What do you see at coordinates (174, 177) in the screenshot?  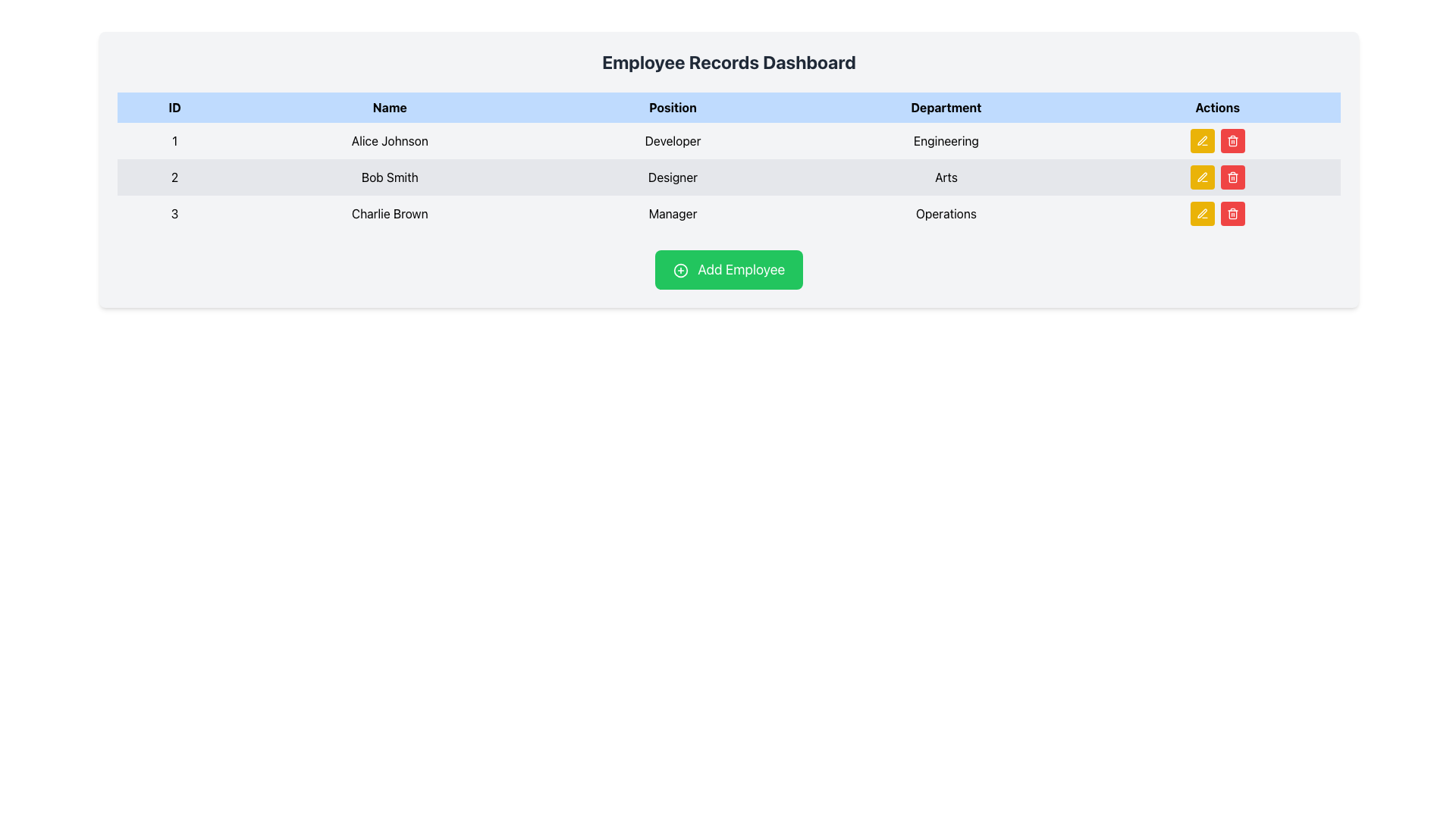 I see `label displaying the number '2' in black text, located in the first column of the second row of the table, aligned with the 'ID' header` at bounding box center [174, 177].